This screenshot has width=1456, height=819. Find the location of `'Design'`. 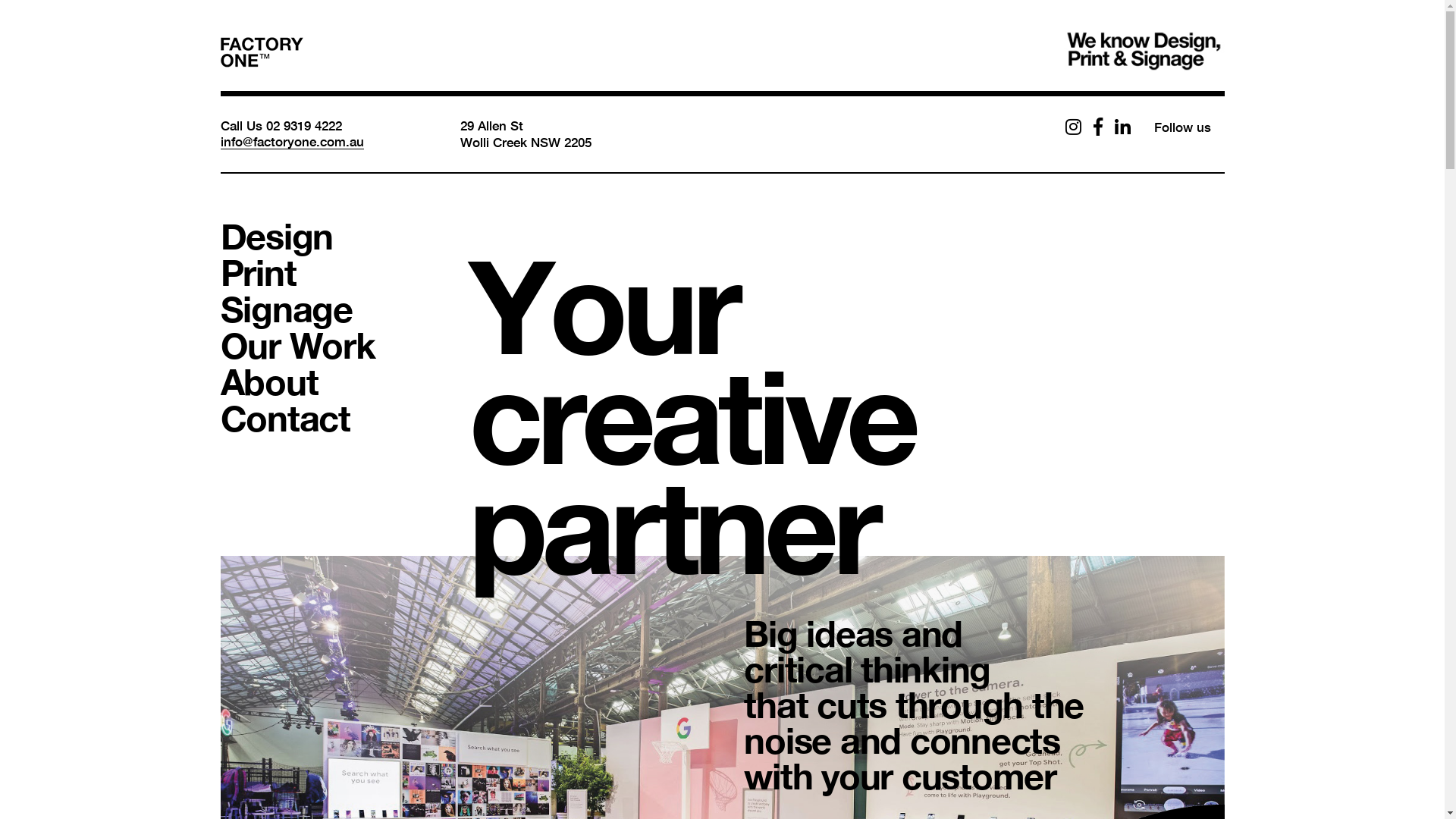

'Design' is located at coordinates (218, 236).